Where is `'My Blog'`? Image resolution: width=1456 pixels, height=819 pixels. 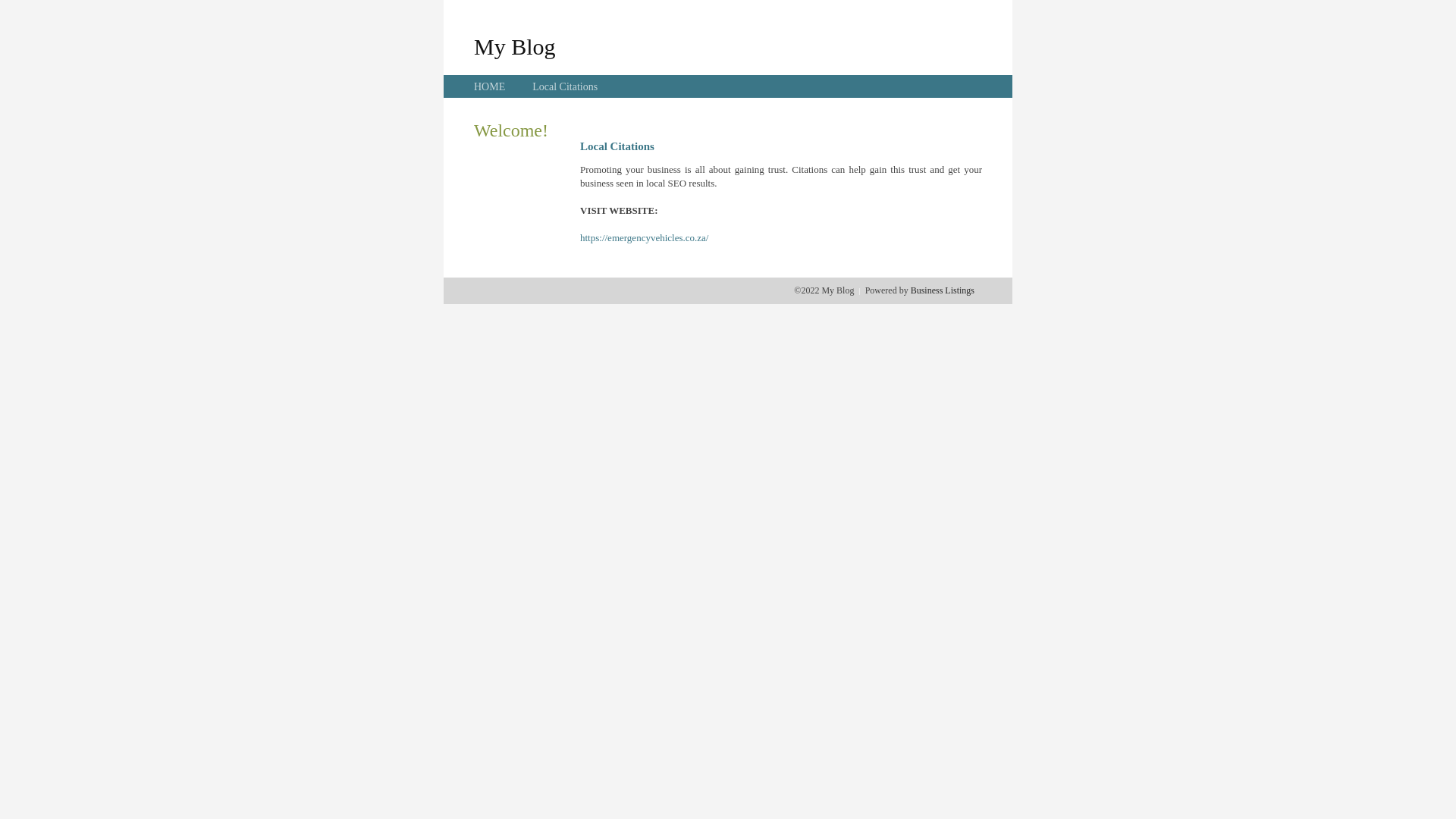
'My Blog' is located at coordinates (514, 45).